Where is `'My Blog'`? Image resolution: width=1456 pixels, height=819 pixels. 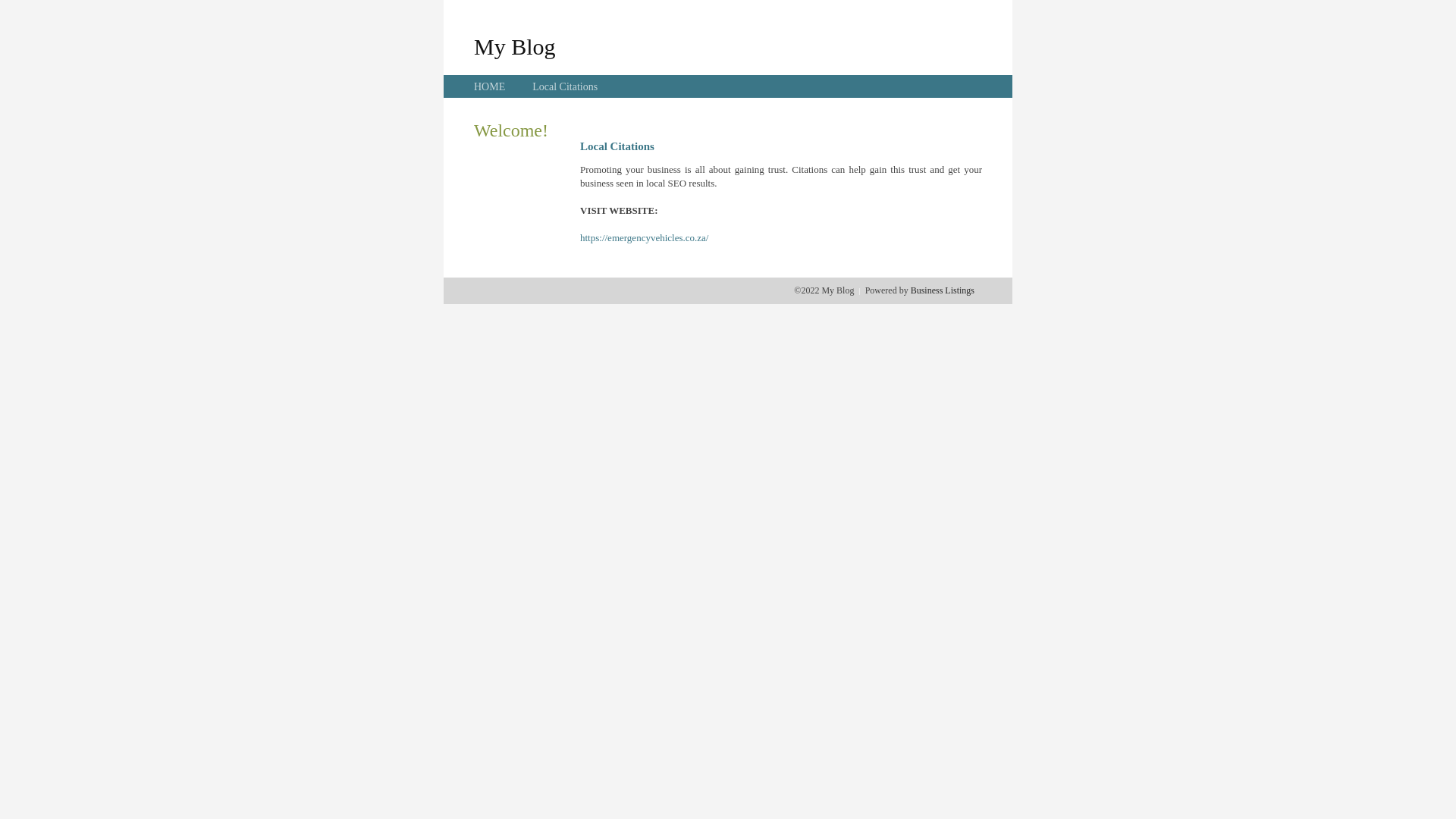
'My Blog' is located at coordinates (514, 45).